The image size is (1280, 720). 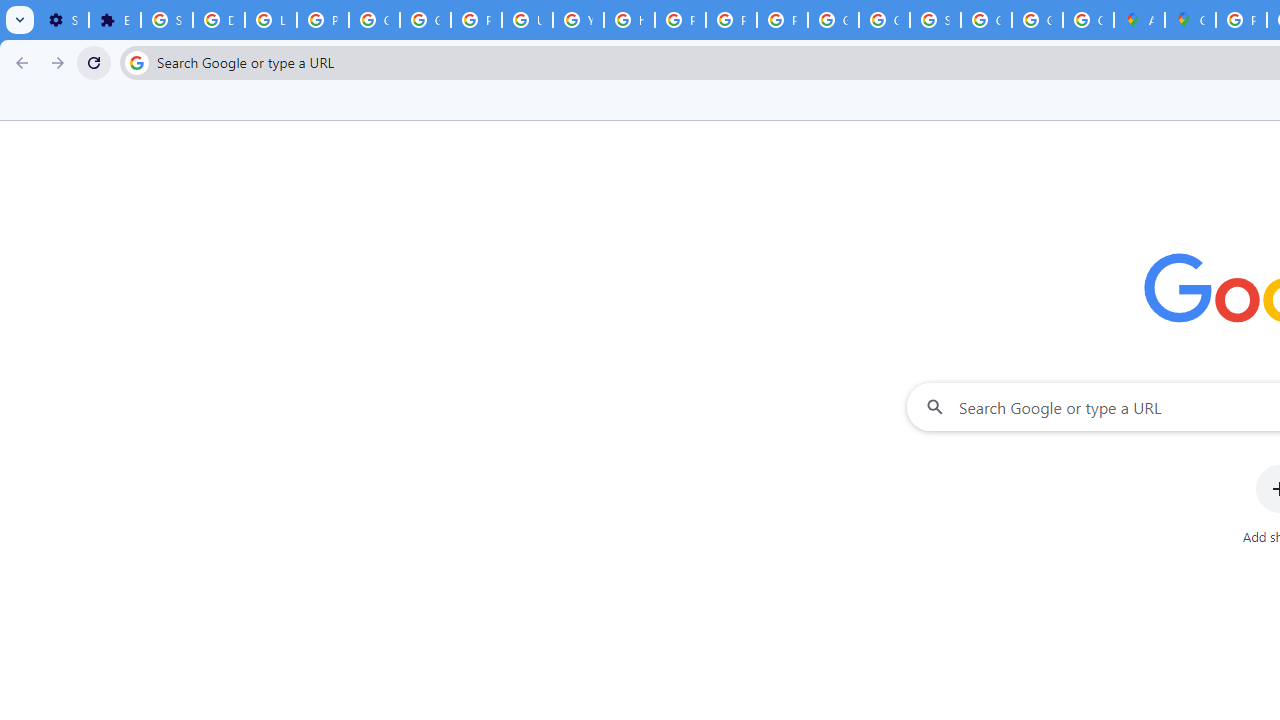 I want to click on 'Policy Accountability and Transparency - Transparency Center', so click(x=1240, y=20).